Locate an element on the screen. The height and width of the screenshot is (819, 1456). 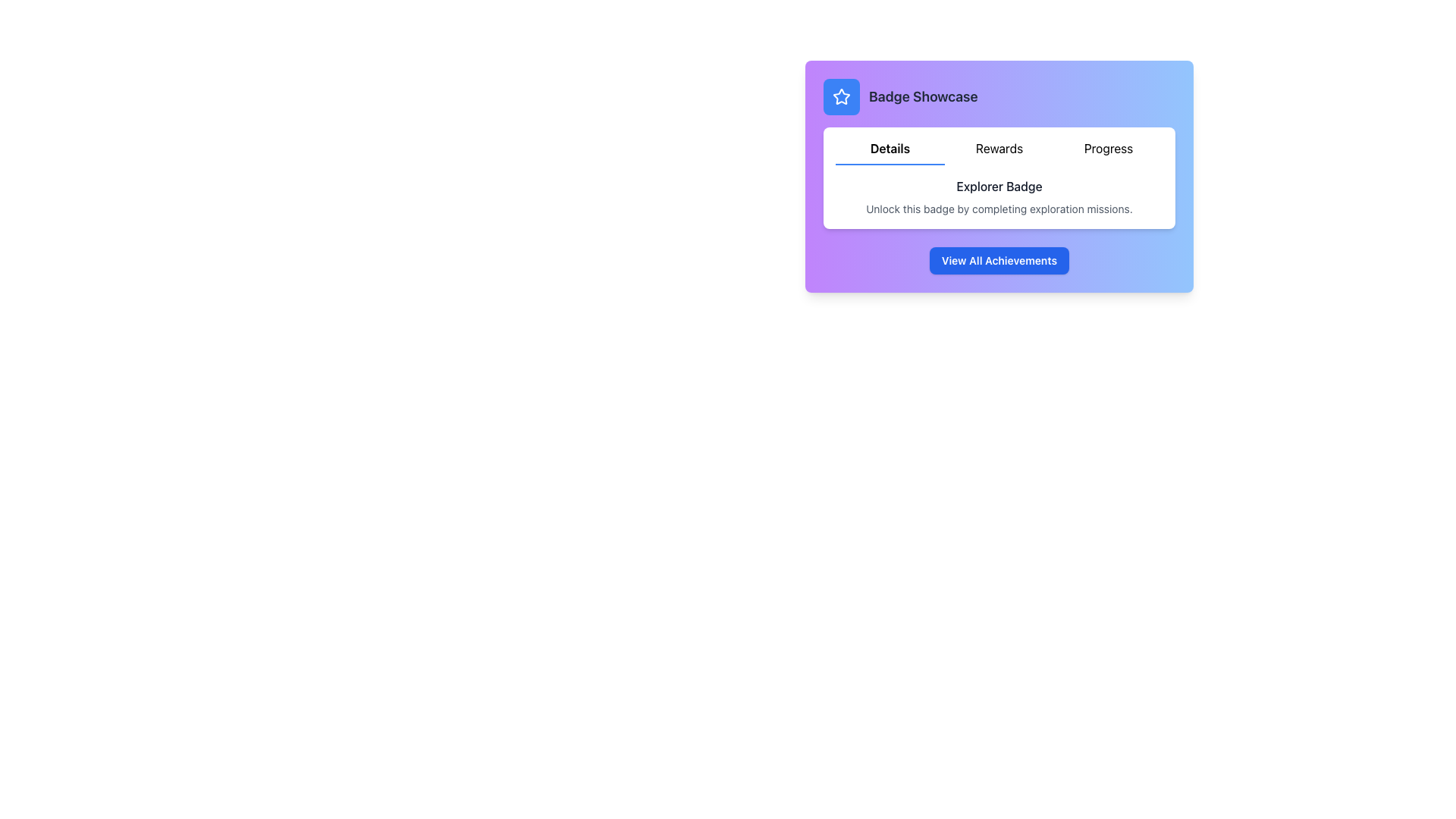
the badge icon in the 'Badge Showcase' feature, which is located at the top left corner of the 'Badge Showcase' card, next to the text 'Badge Showcase' is located at coordinates (840, 96).